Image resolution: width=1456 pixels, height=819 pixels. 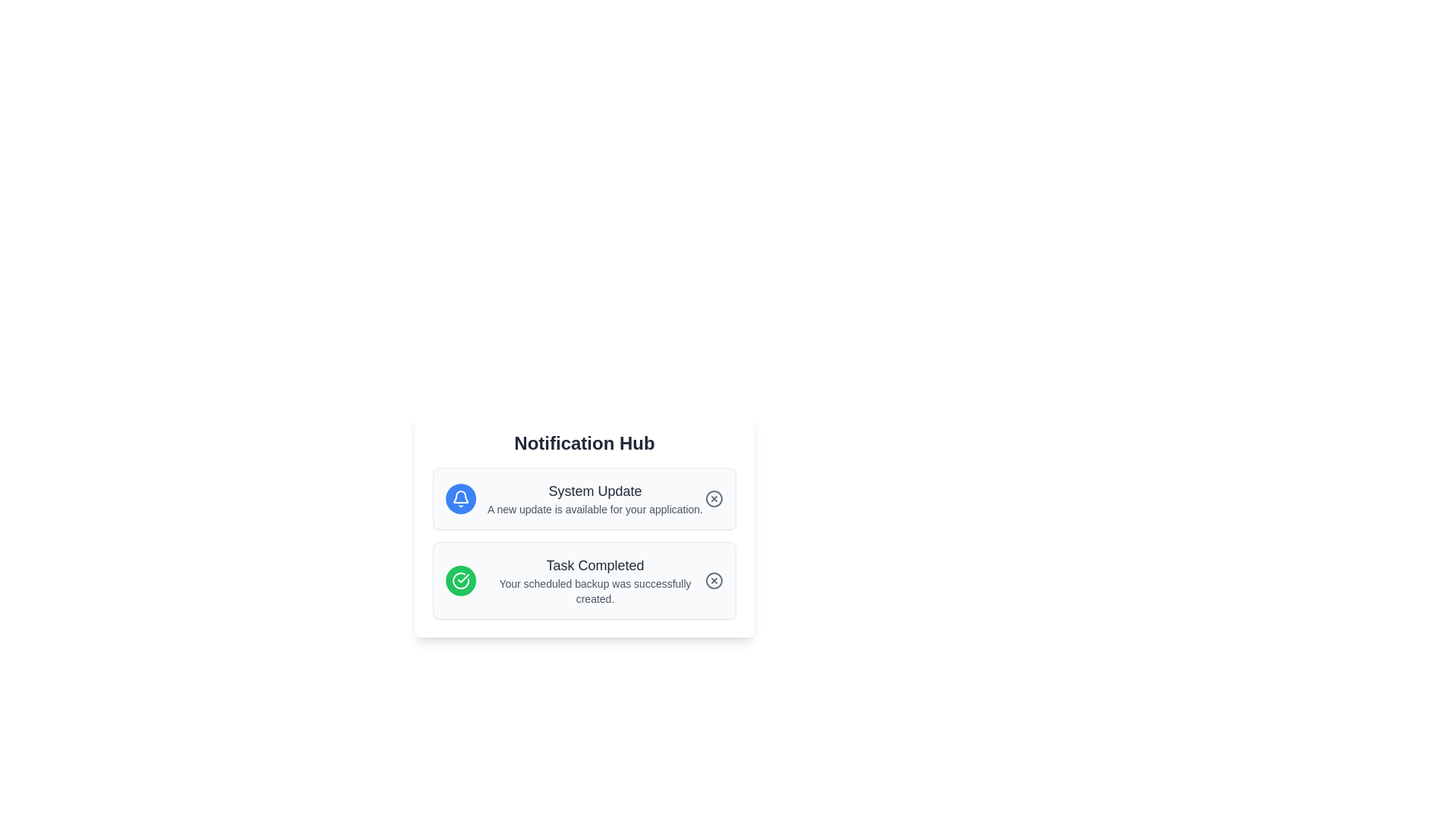 I want to click on the circular green icon with a white checkmark indicating completion, located at the top left corner of the 'Task Completed' notification card, so click(x=460, y=580).